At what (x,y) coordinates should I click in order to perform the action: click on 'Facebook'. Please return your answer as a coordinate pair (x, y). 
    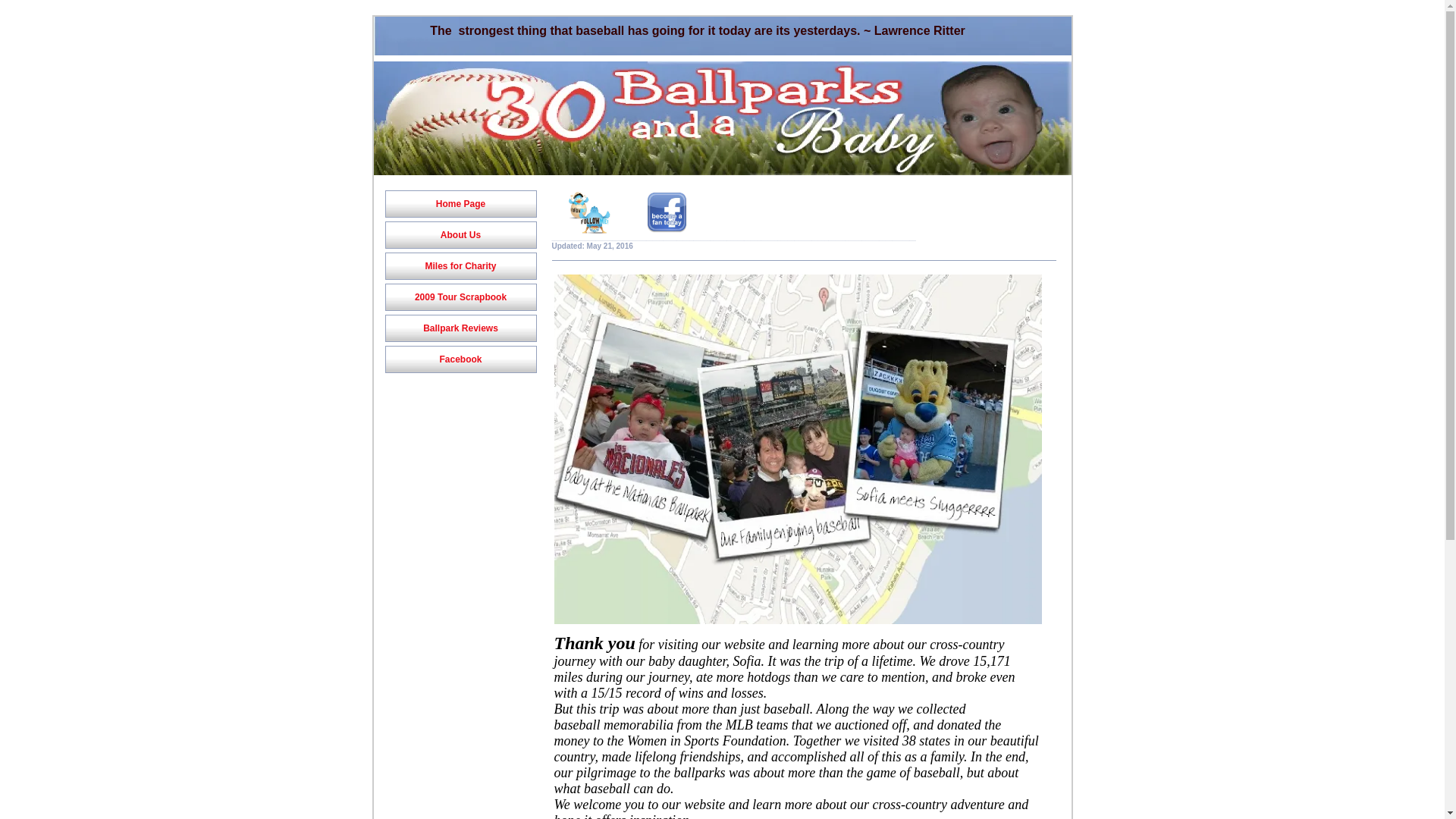
    Looking at the image, I should click on (459, 359).